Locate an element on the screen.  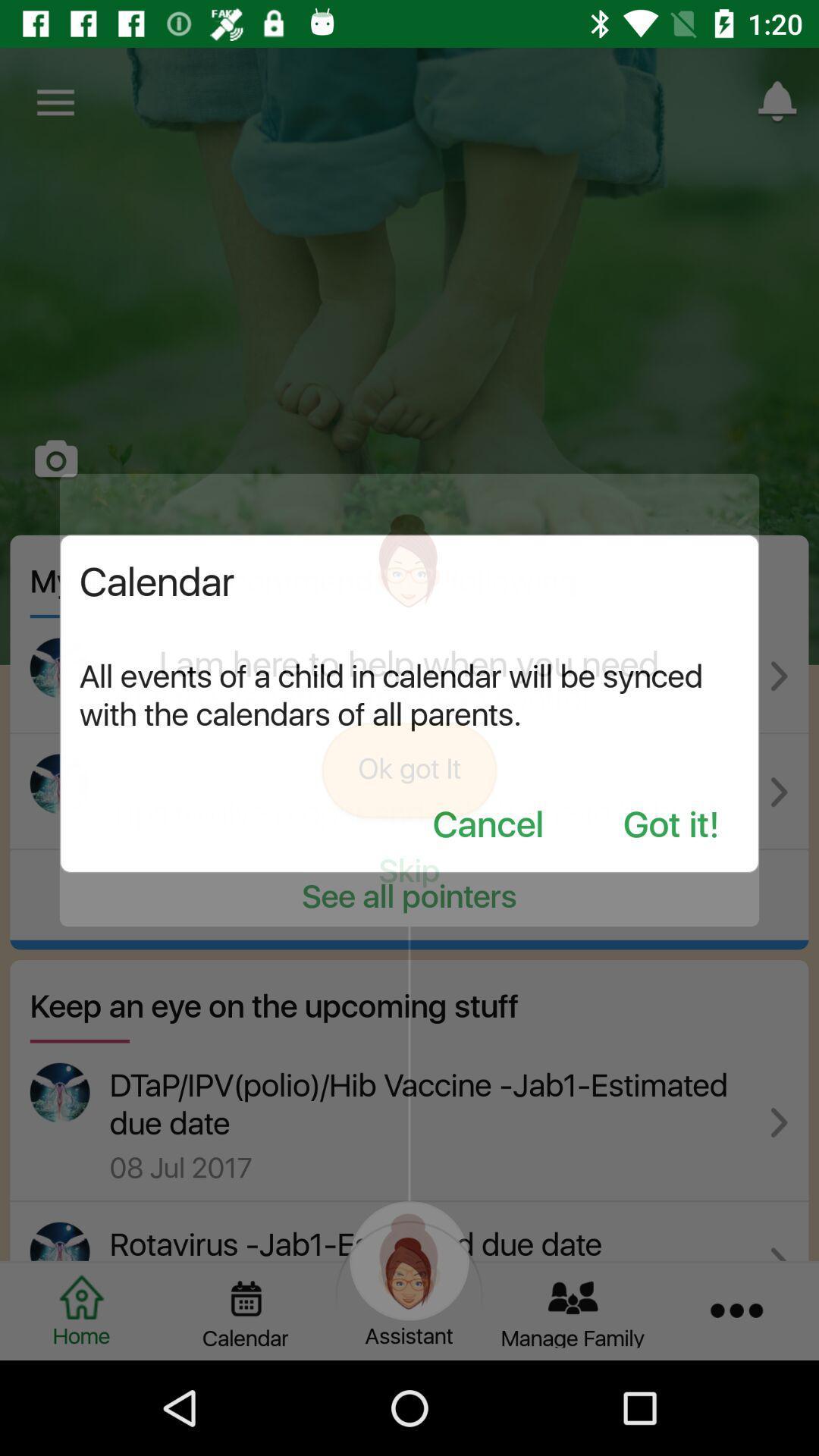
cancel is located at coordinates (488, 825).